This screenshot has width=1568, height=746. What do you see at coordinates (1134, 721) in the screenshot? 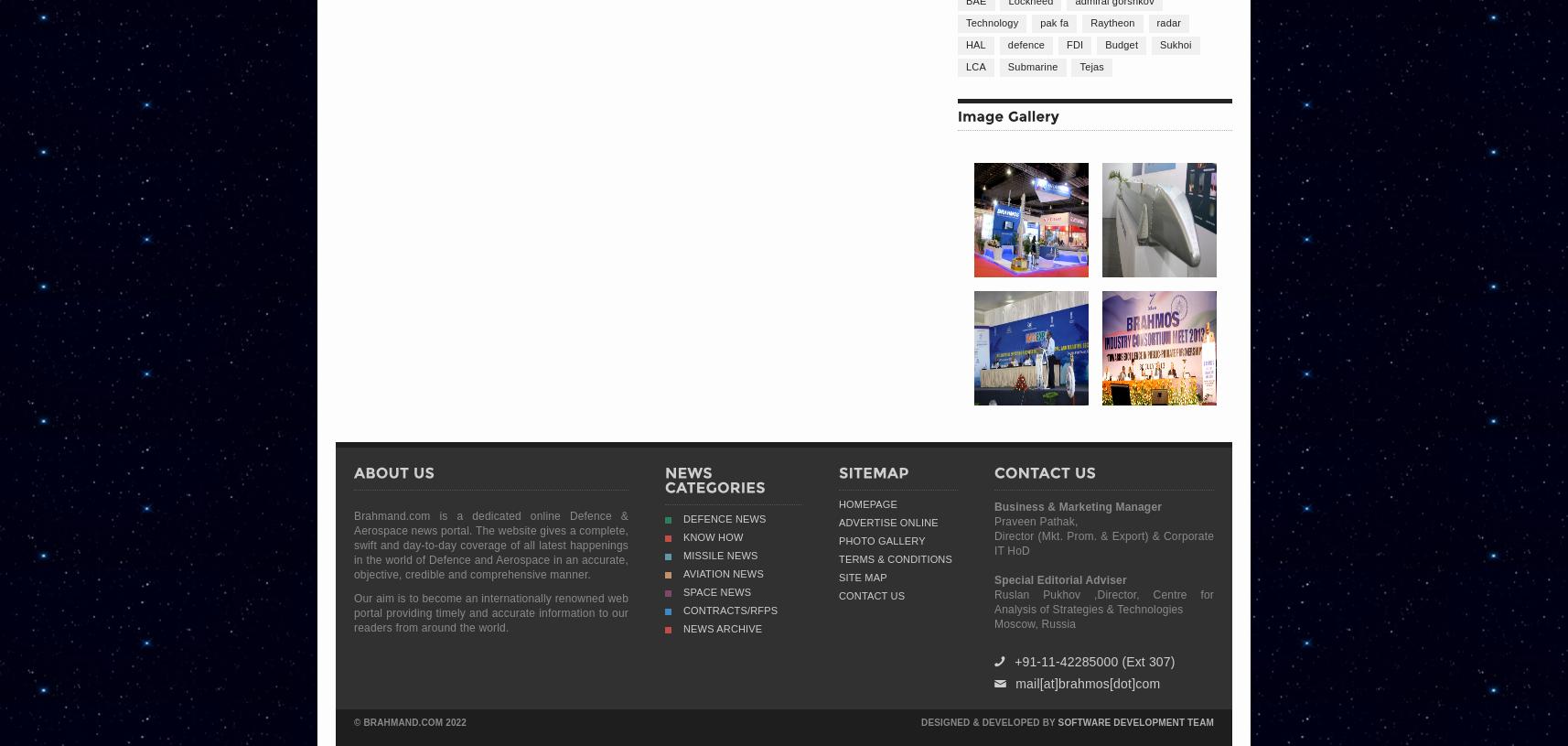
I see `'Software Development Team'` at bounding box center [1134, 721].